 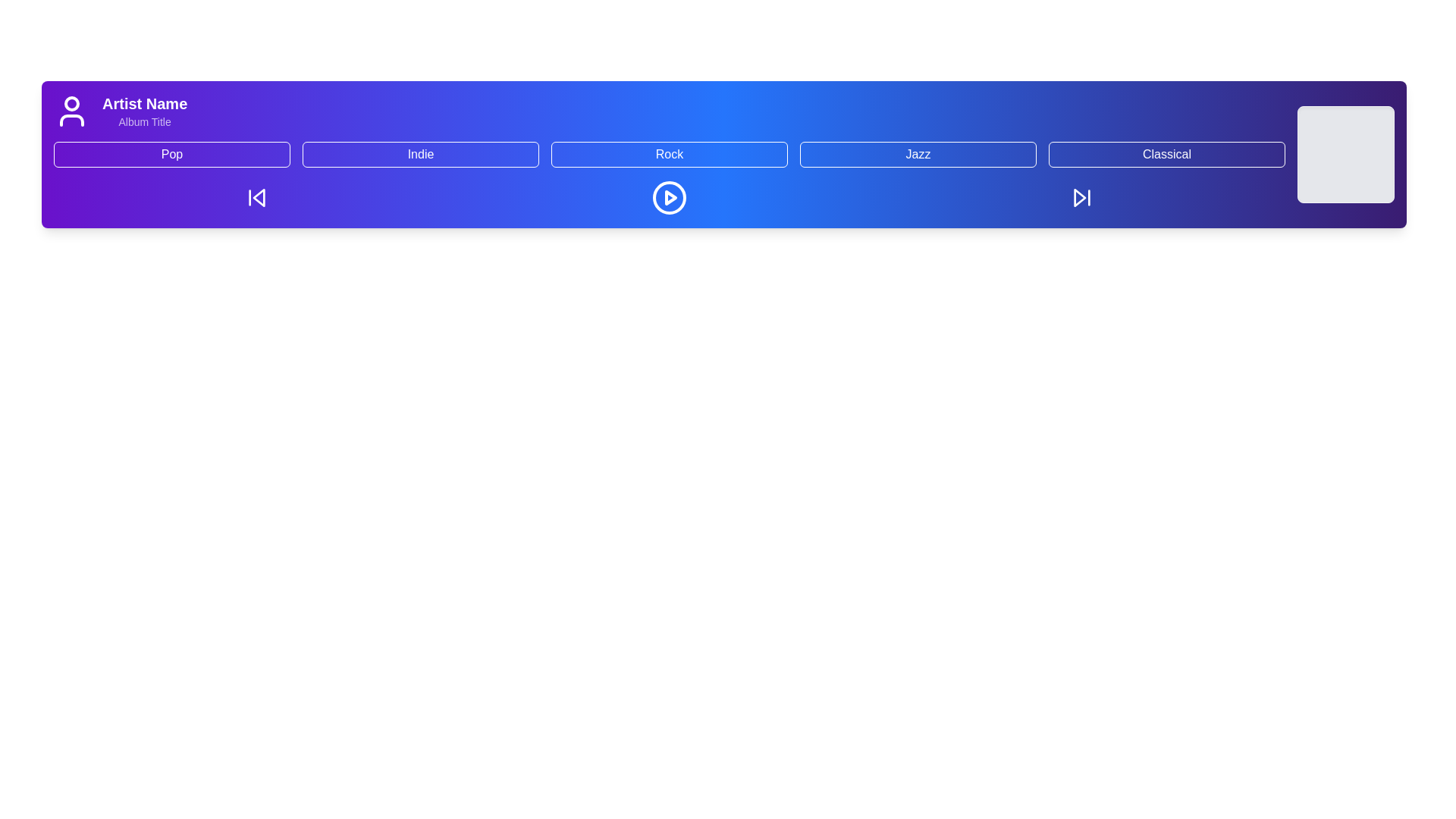 I want to click on the circular forward navigation button styled as an outlined arrow pointing to the right, so click(x=1081, y=197).